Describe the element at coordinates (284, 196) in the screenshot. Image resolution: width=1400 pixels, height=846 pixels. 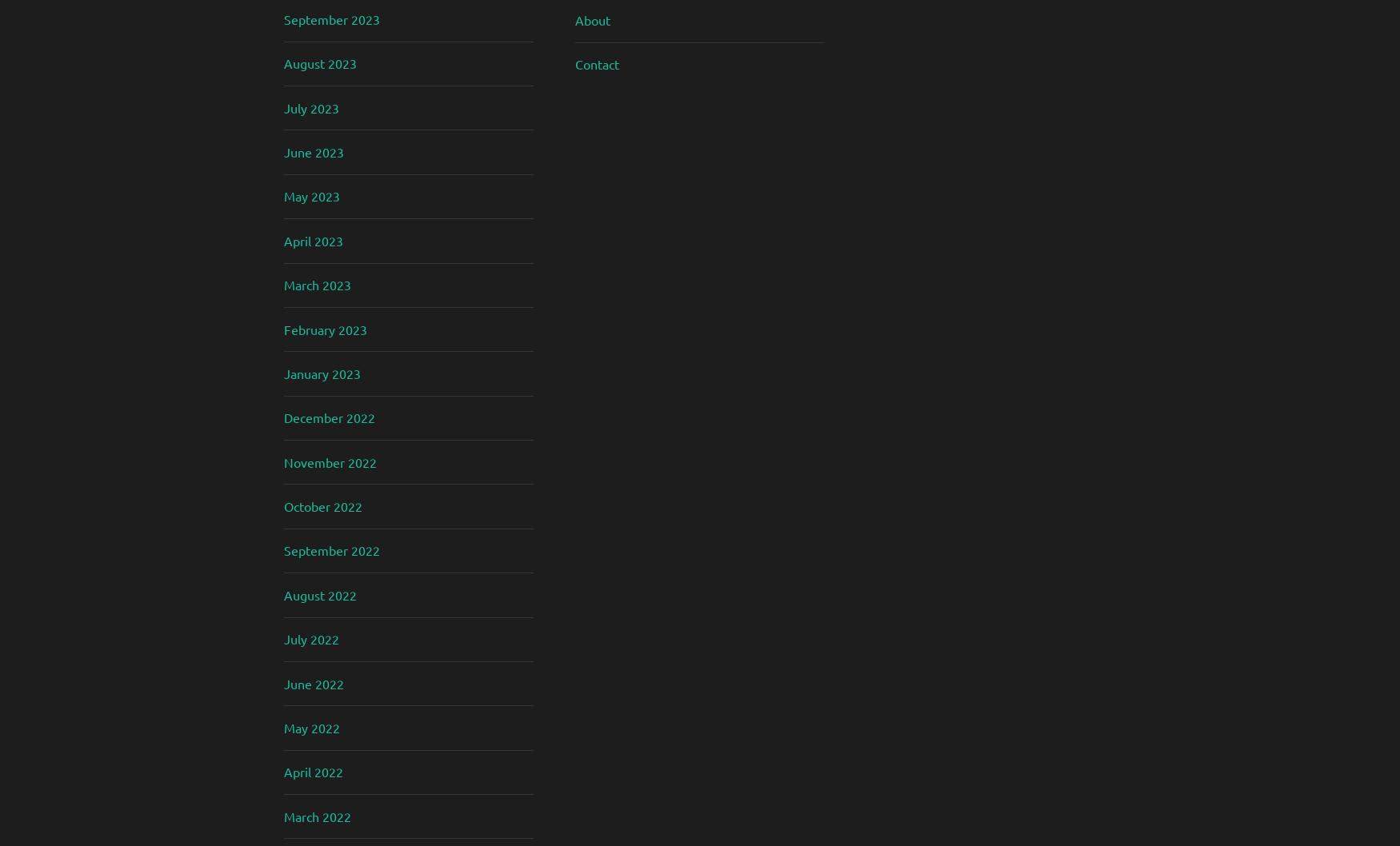
I see `'May 2023'` at that location.